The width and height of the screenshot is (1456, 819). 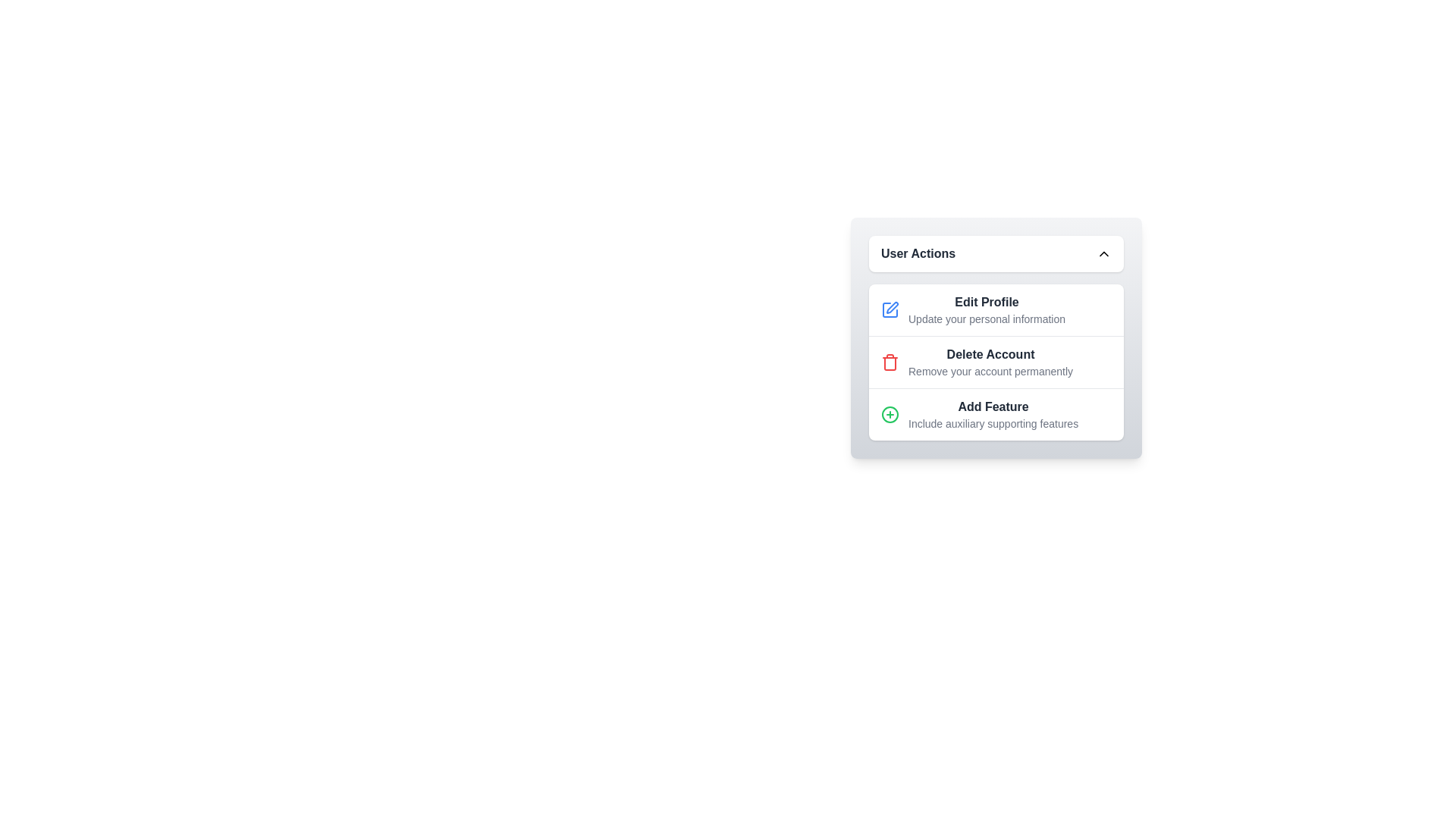 What do you see at coordinates (990, 354) in the screenshot?
I see `the interactive element associated with the descriptive text label located at the center of the modal labeled 'User Actions'` at bounding box center [990, 354].